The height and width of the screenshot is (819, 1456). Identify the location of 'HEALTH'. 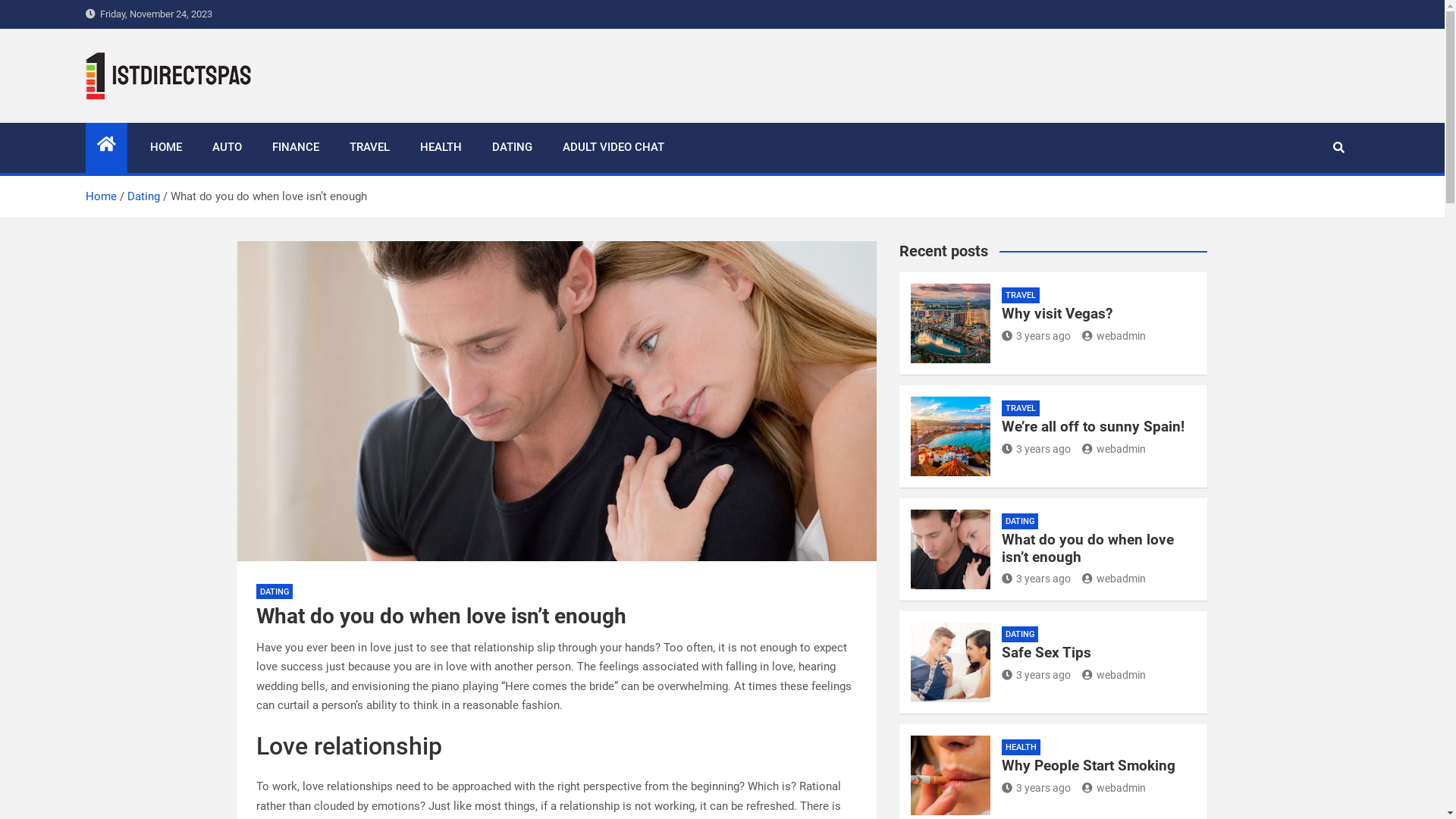
(440, 148).